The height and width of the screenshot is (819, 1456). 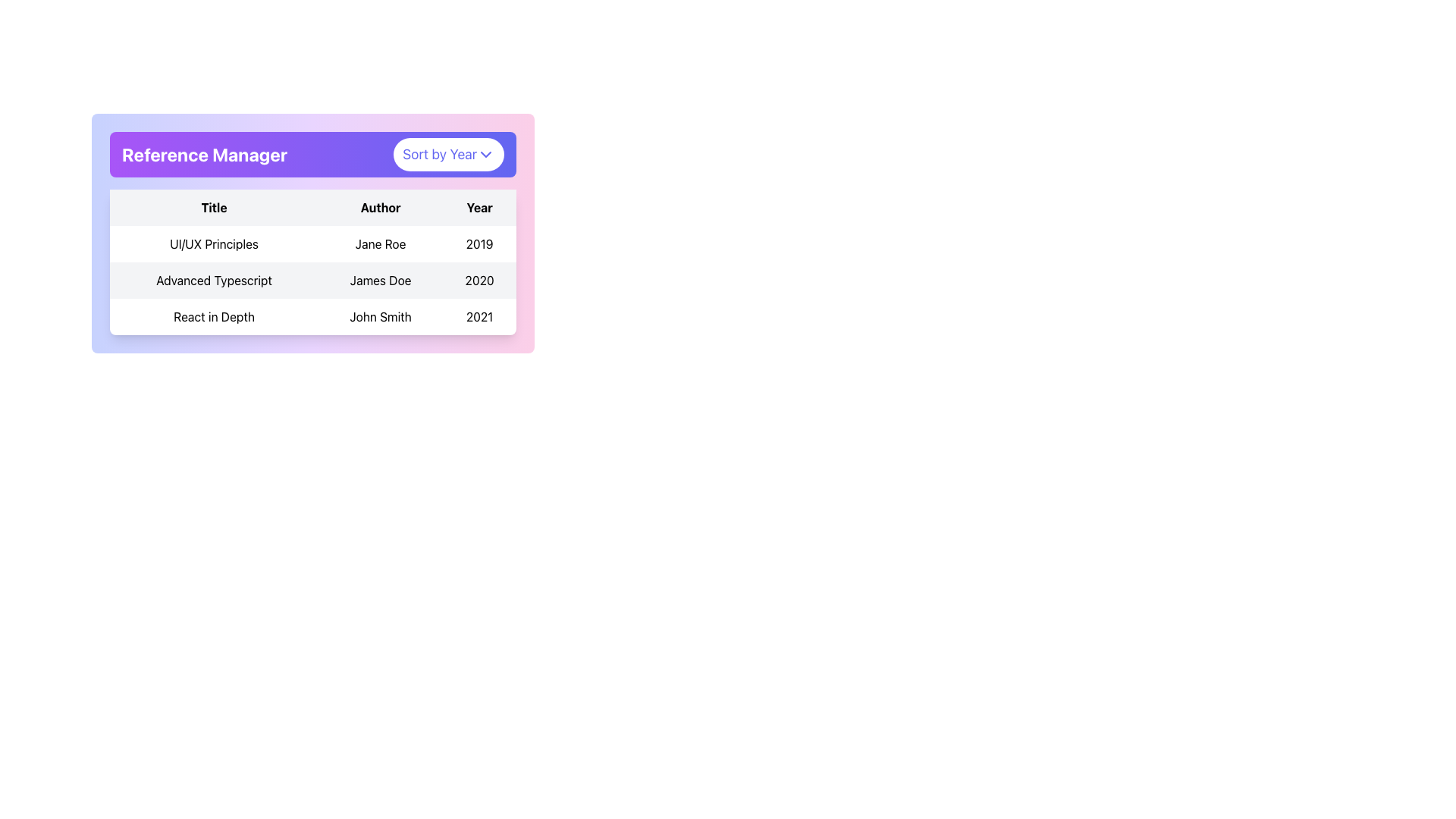 What do you see at coordinates (213, 315) in the screenshot?
I see `the 'React in Depth' text content located in the third row under the 'Title' column of the table to sort or interact with it` at bounding box center [213, 315].